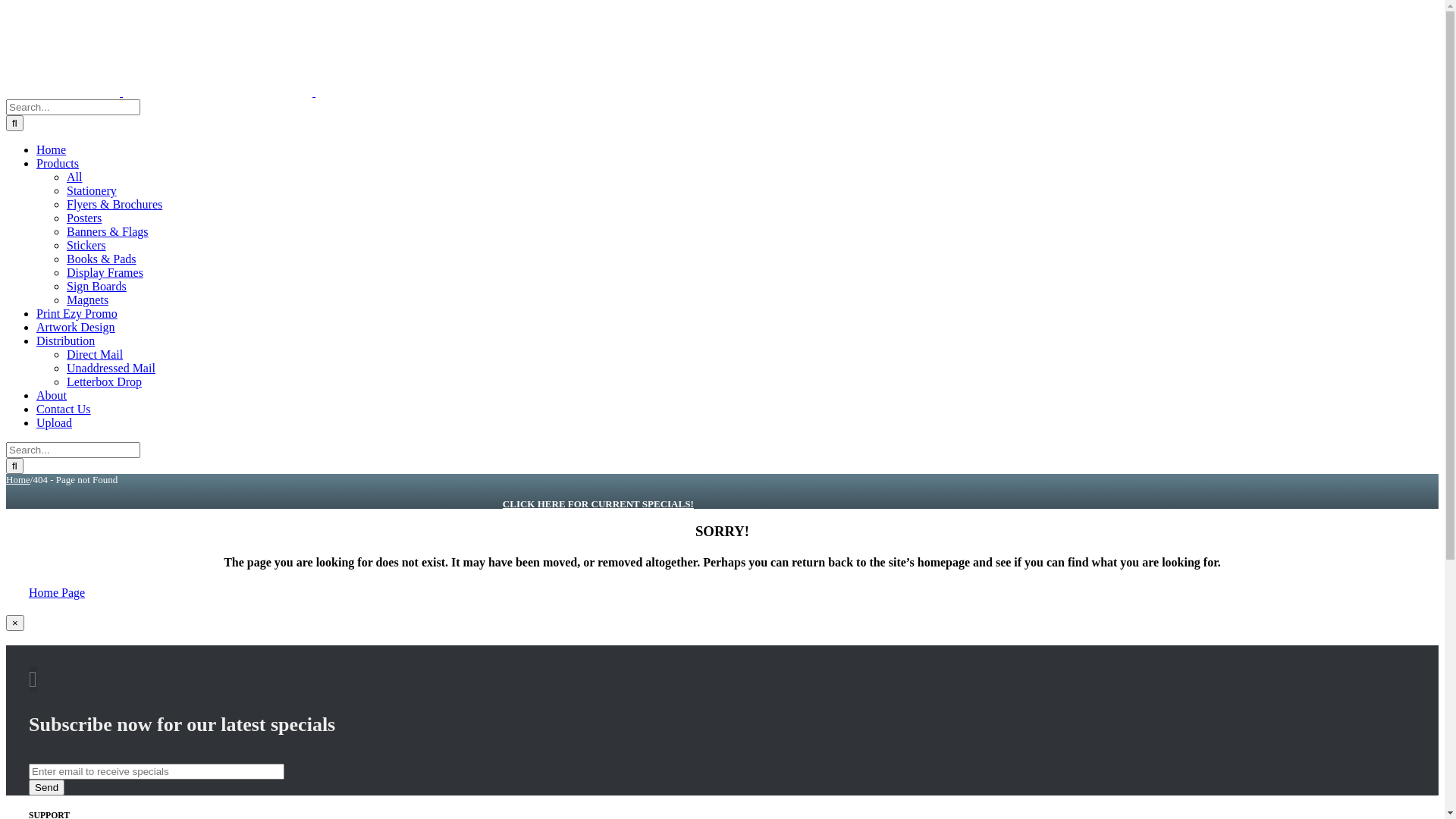 Image resolution: width=1456 pixels, height=819 pixels. I want to click on 'Posters', so click(83, 218).